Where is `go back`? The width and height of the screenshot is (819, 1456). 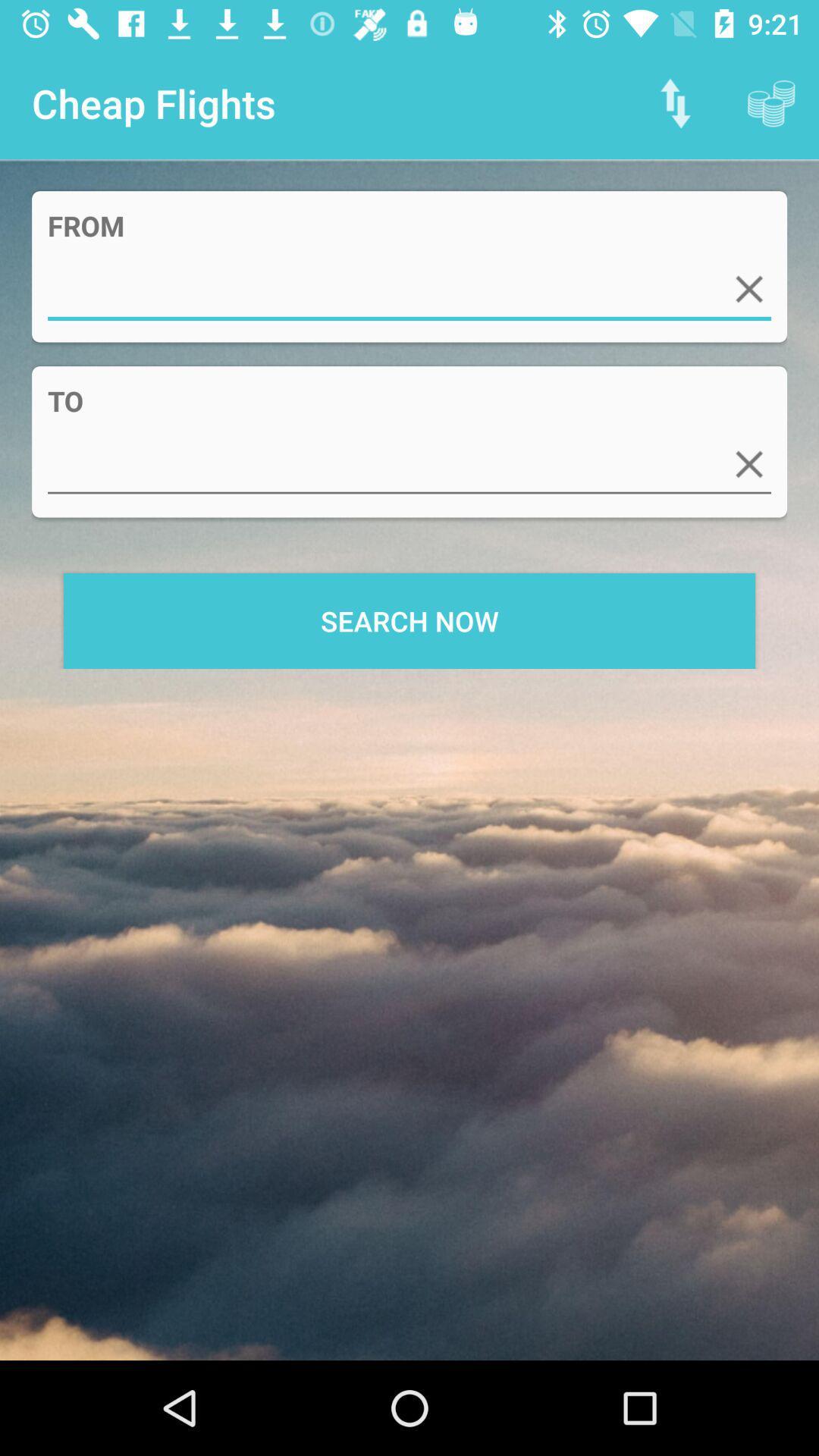 go back is located at coordinates (748, 463).